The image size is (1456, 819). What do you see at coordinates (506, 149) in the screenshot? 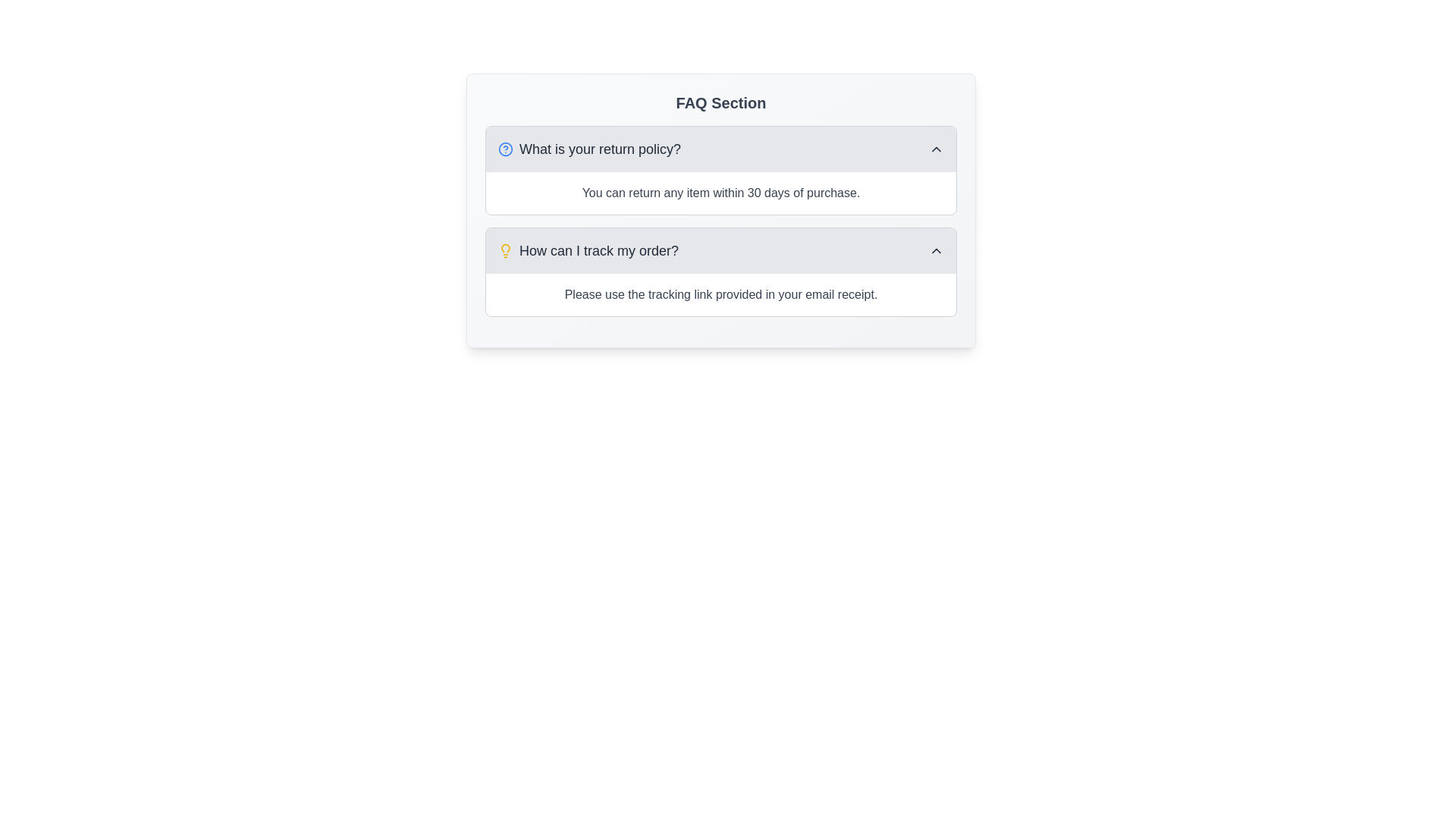
I see `the help icon located to the left of the text 'What is your return policy?' within the FAQ section` at bounding box center [506, 149].